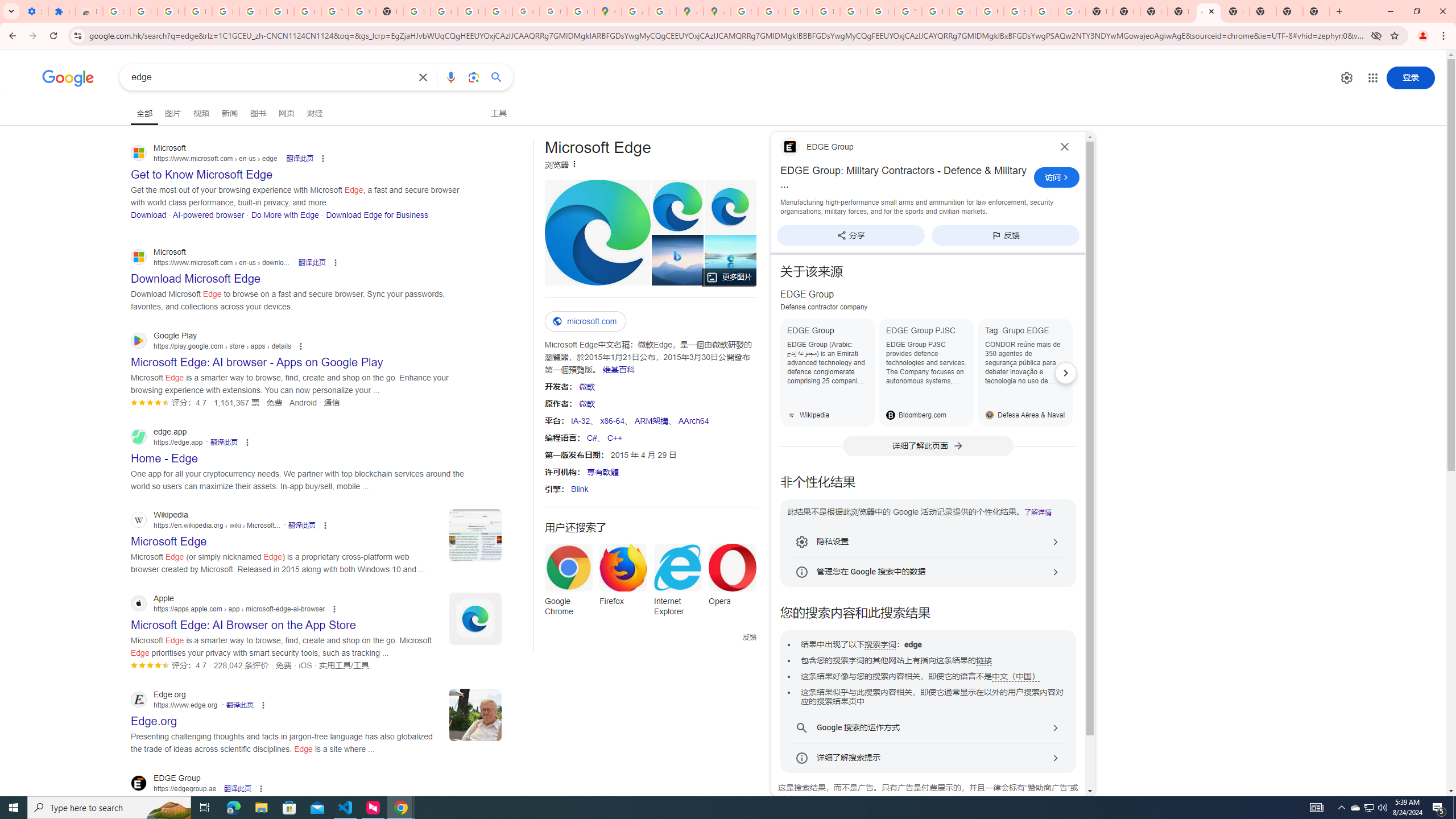  Describe the element at coordinates (61, 11) in the screenshot. I see `'Extensions'` at that location.